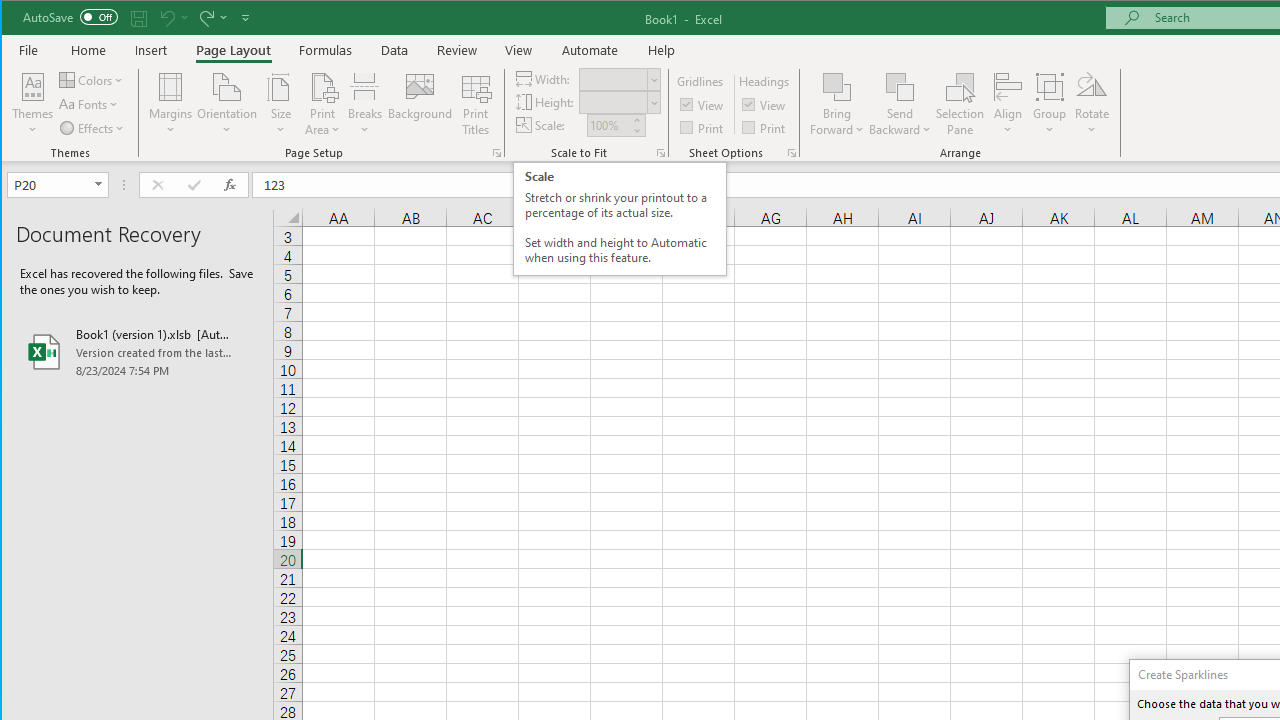  I want to click on 'Selection Pane...', so click(960, 104).